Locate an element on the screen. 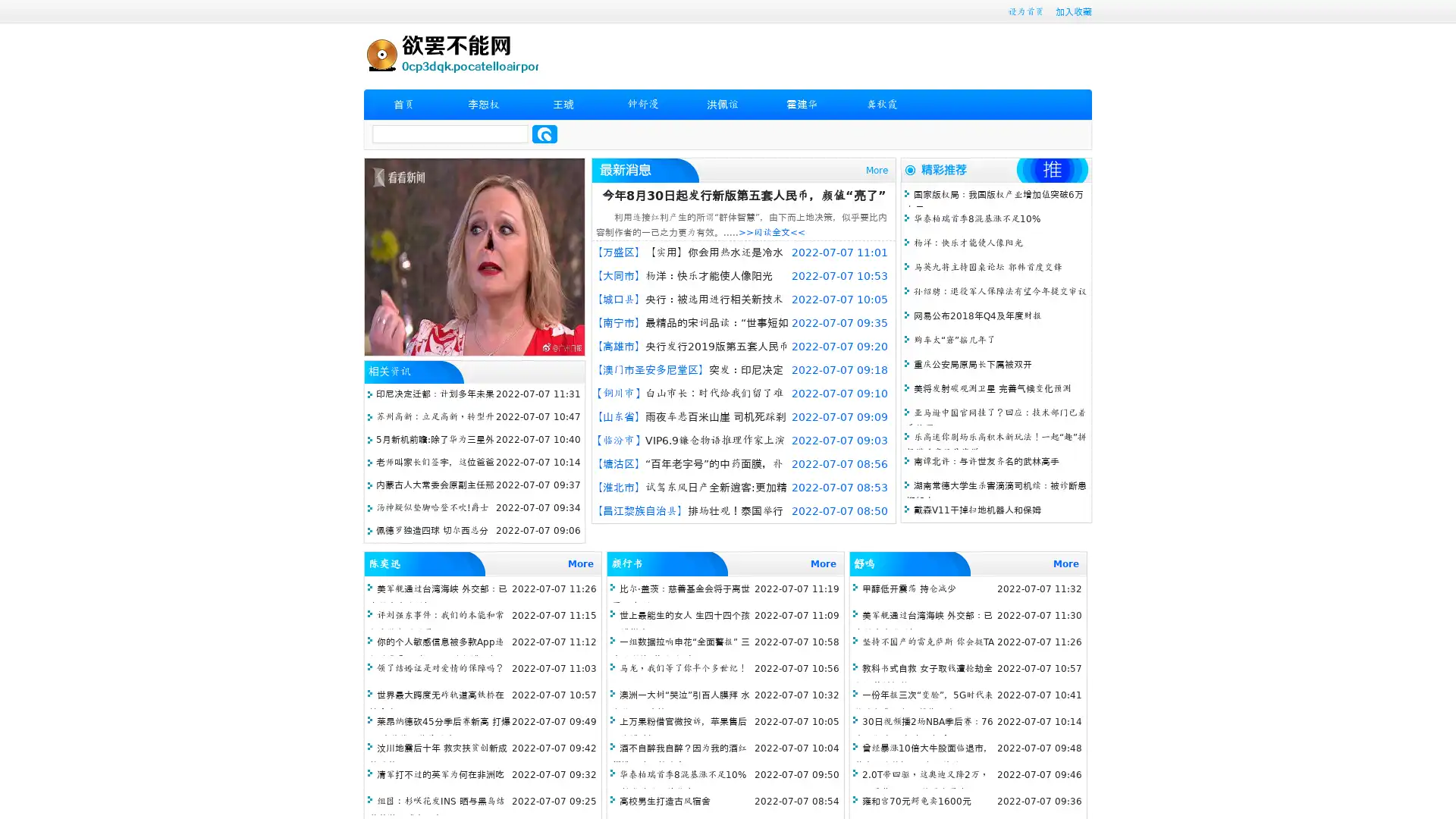 The height and width of the screenshot is (819, 1456). Search is located at coordinates (544, 133).